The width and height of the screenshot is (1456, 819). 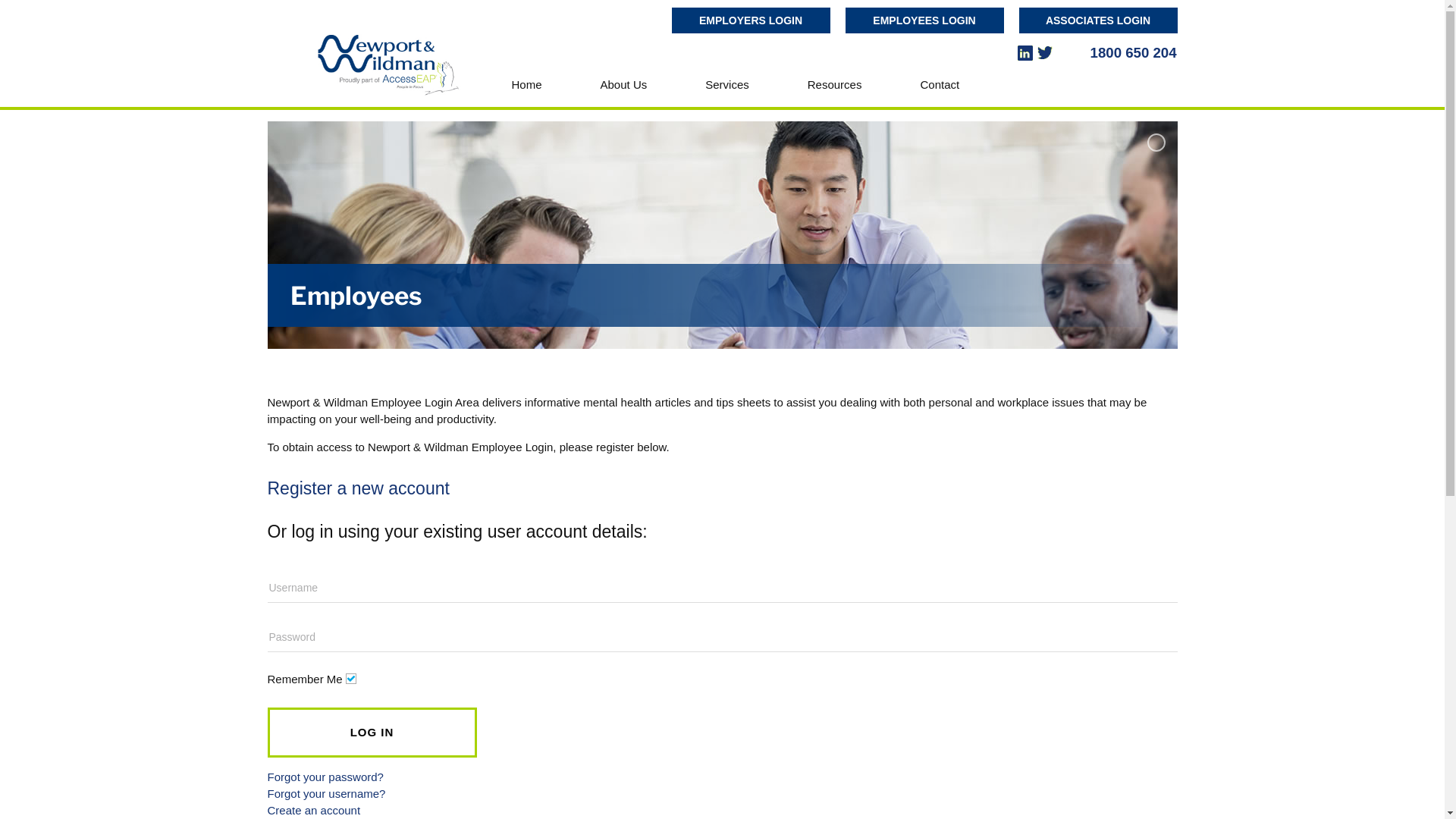 What do you see at coordinates (938, 84) in the screenshot?
I see `'Contact'` at bounding box center [938, 84].